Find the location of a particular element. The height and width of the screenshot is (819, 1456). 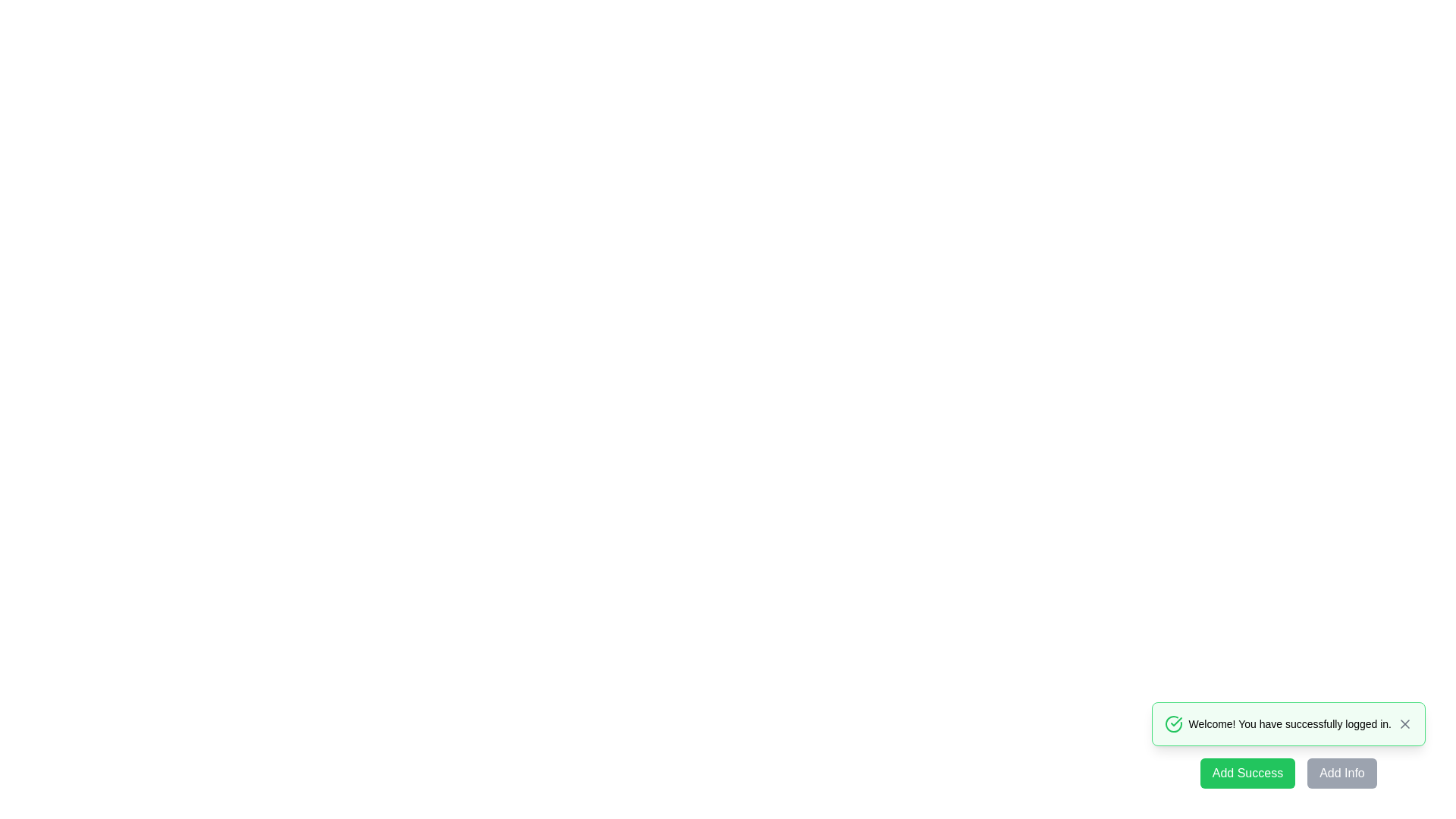

the circular green checkmark icon located at the left side of the notification banner that reads 'Welcome! You have successfully logged in.' is located at coordinates (1172, 723).